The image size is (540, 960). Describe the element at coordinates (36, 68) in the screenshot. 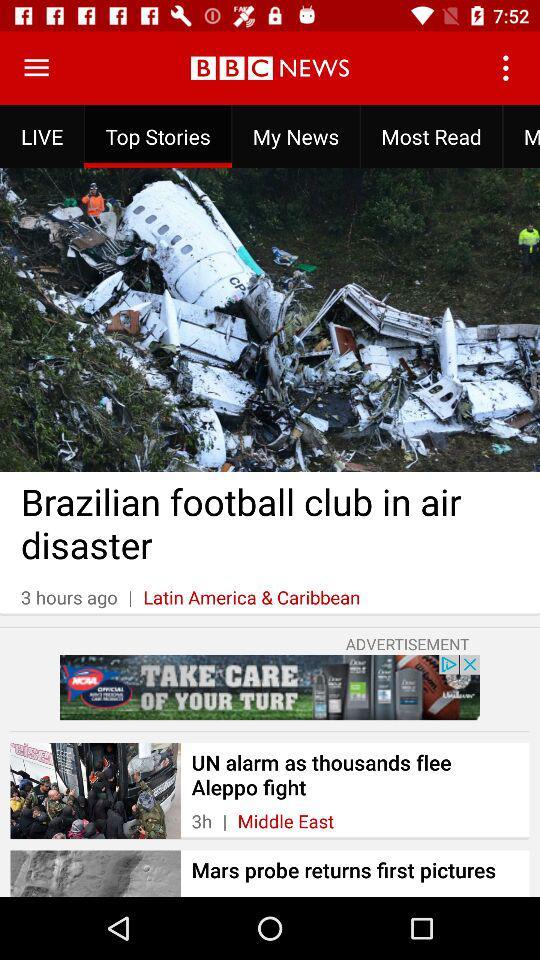

I see `menu` at that location.